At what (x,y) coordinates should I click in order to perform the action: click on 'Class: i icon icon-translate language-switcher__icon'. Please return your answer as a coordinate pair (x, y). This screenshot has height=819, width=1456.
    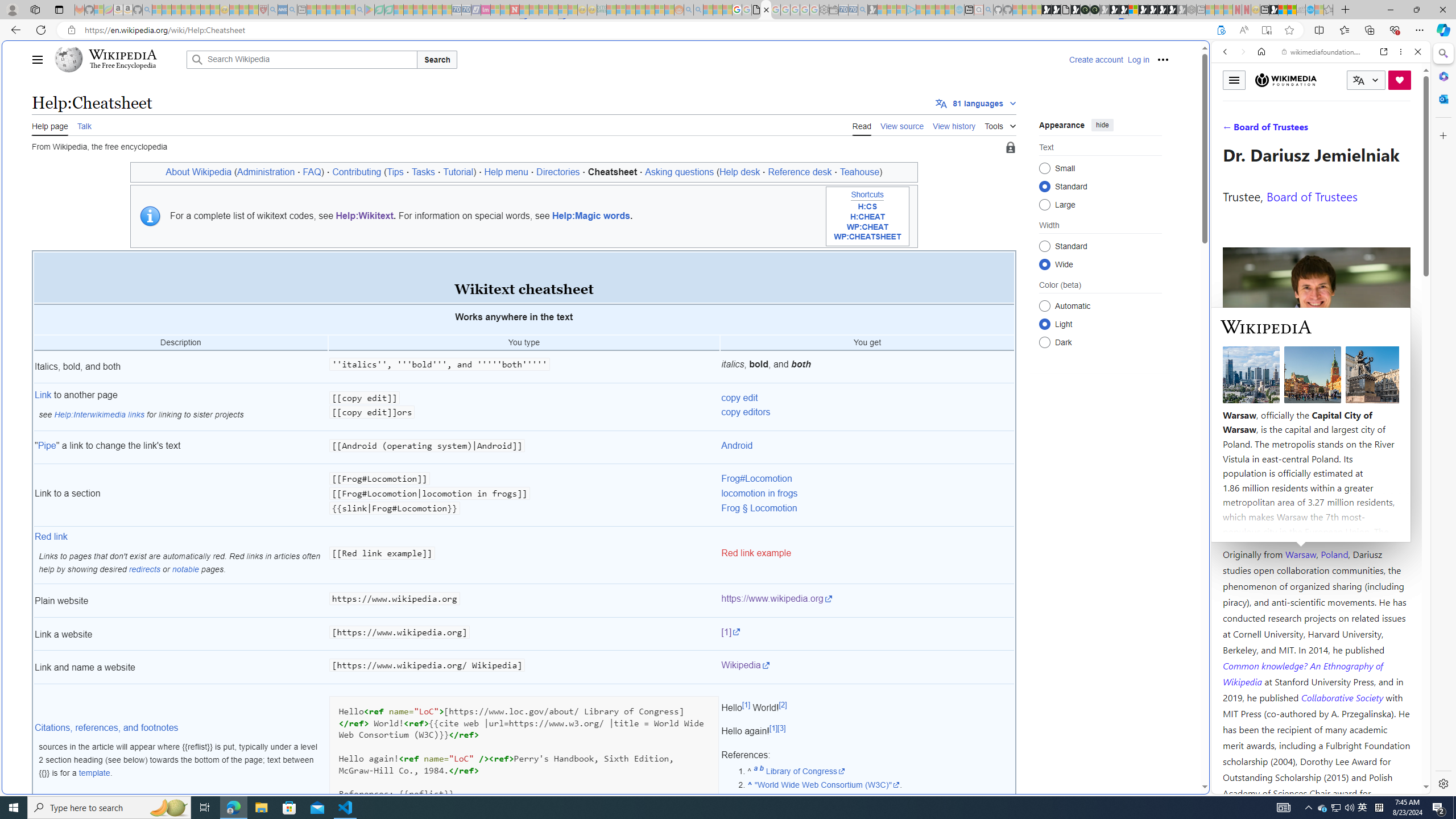
    Looking at the image, I should click on (1358, 80).